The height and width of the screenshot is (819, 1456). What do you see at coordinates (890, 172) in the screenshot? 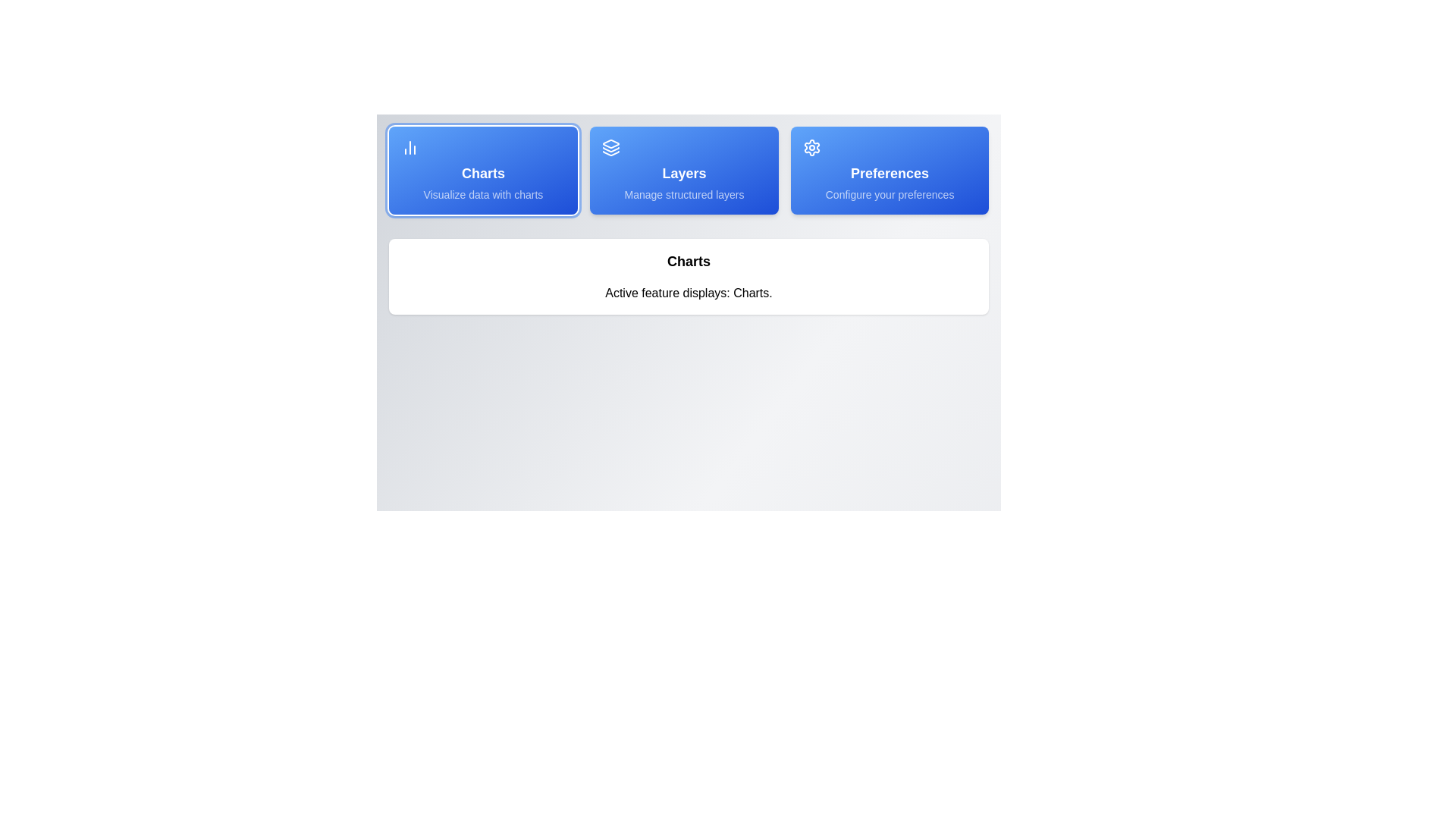
I see `text label indicating user preferences configuration, which is located in the third item of a horizontal menu, directly below the settings icon` at bounding box center [890, 172].